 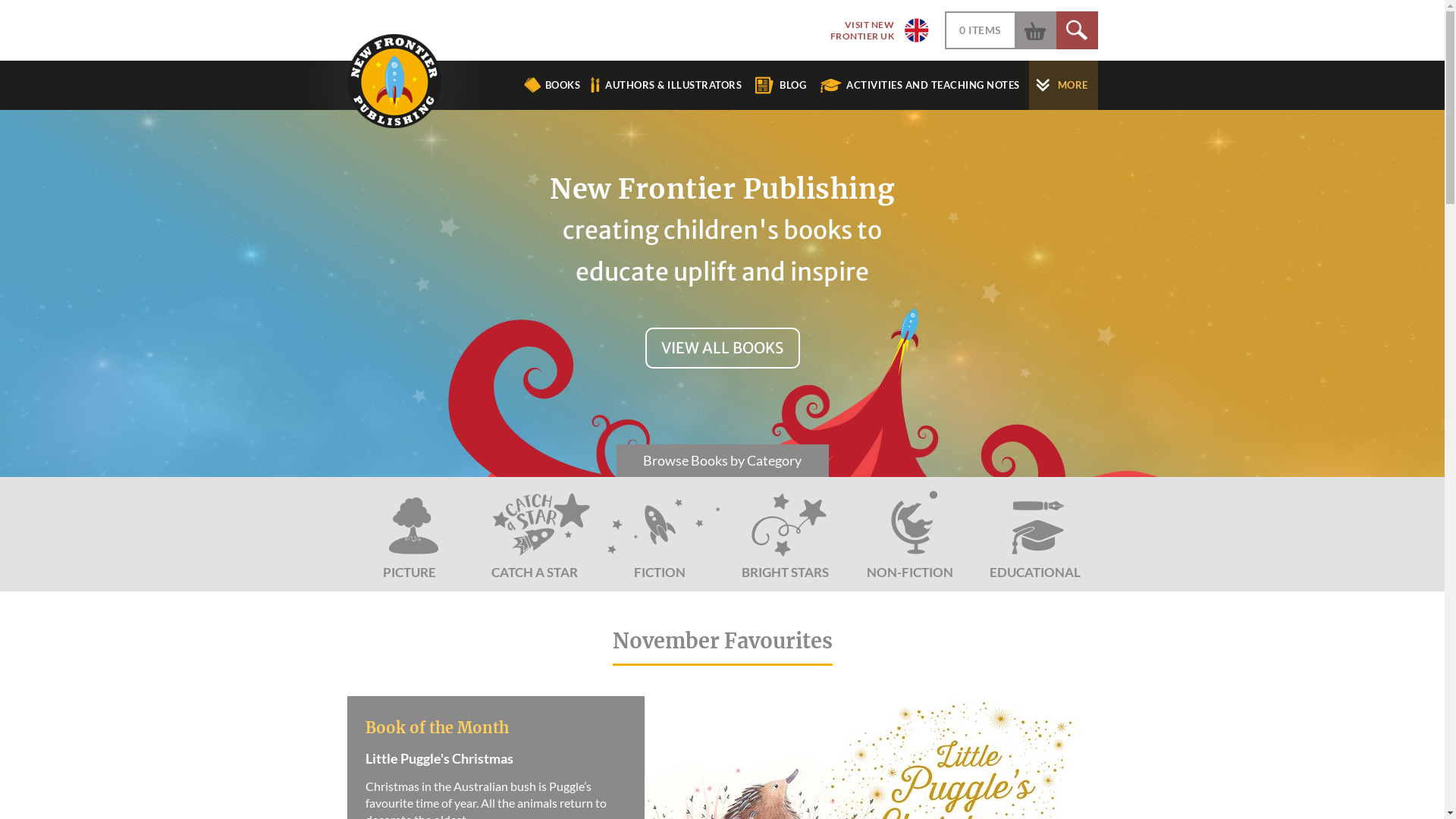 What do you see at coordinates (660, 533) in the screenshot?
I see `'FICTION'` at bounding box center [660, 533].